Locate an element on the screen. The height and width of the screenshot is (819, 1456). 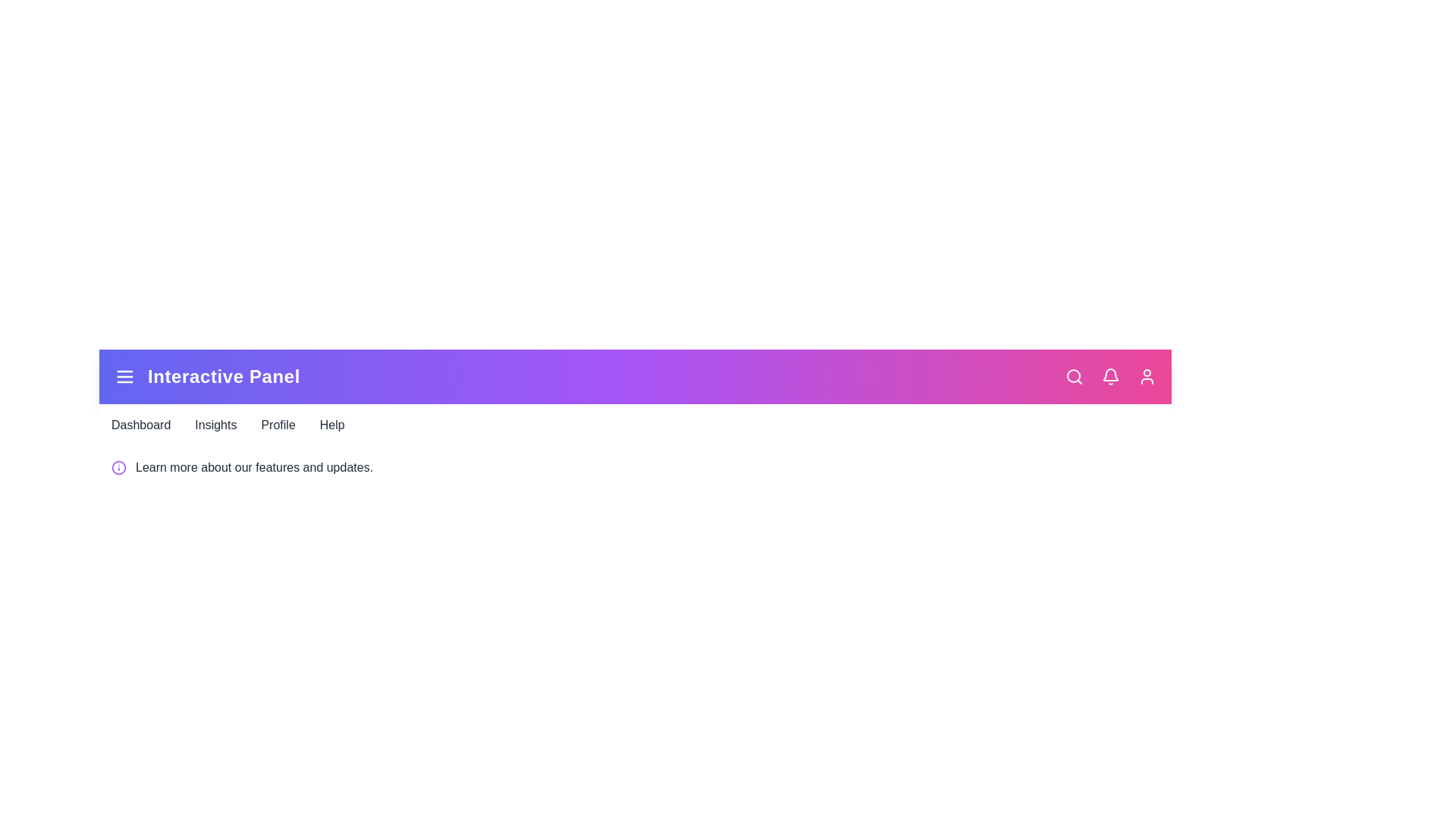
the informational icon to interact with it is located at coordinates (118, 467).